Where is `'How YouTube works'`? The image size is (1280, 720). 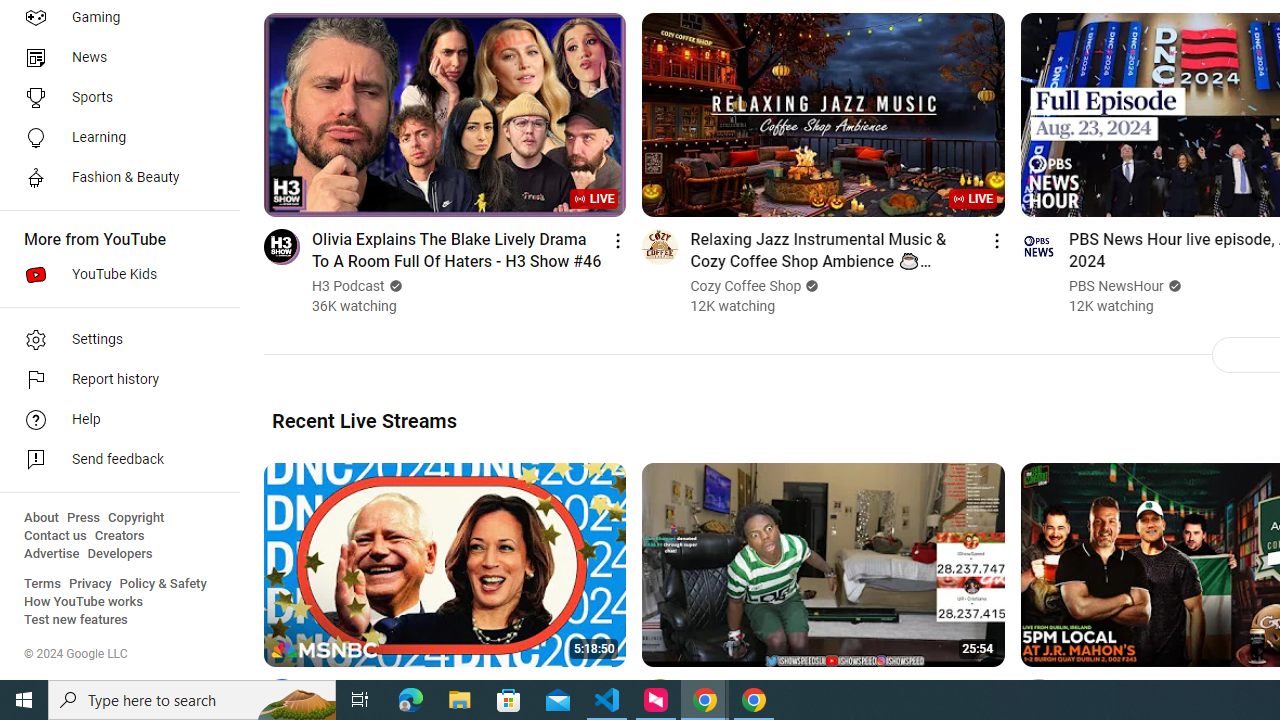 'How YouTube works' is located at coordinates (82, 601).